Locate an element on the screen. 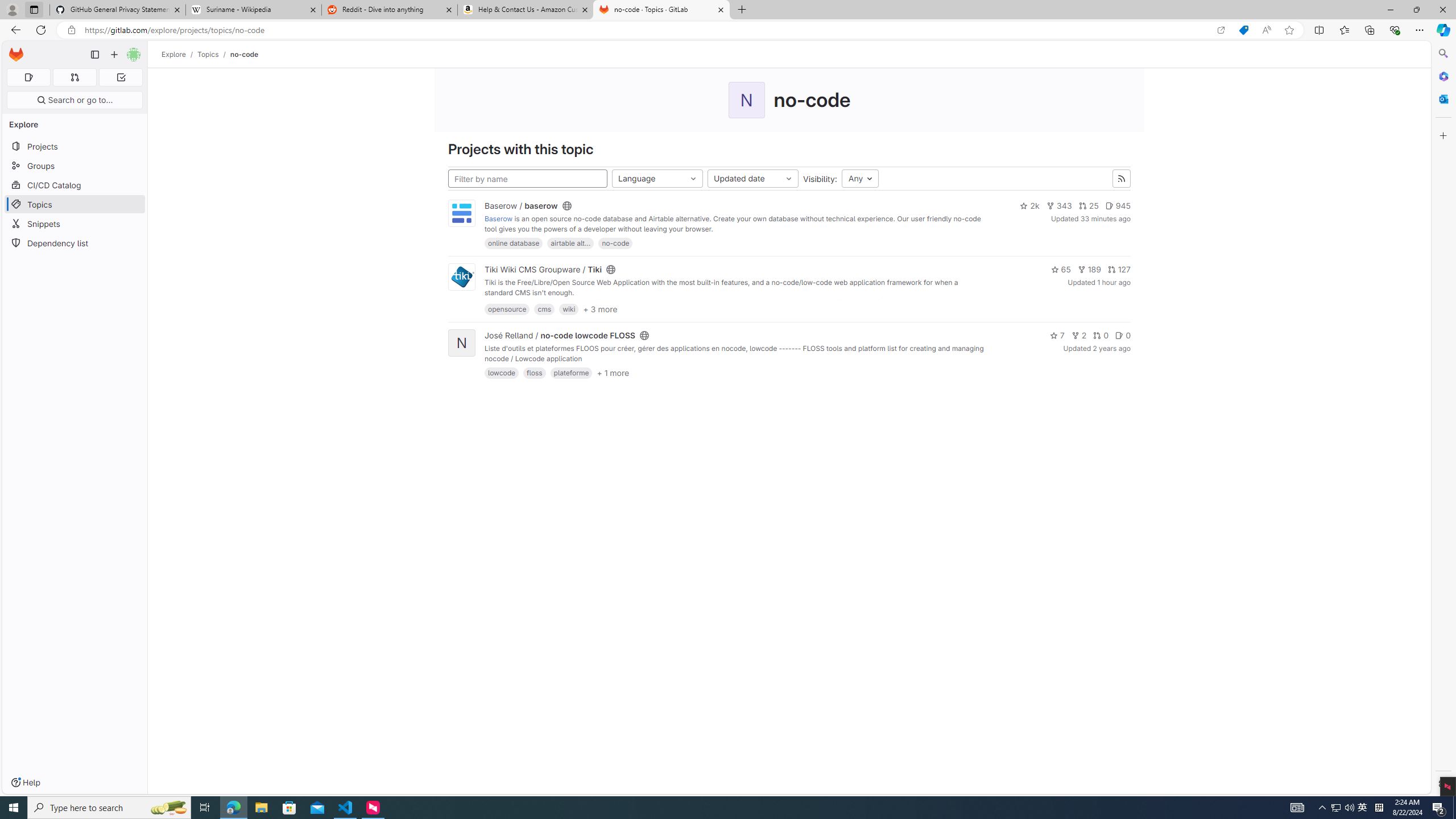  '+ 3 more' is located at coordinates (600, 309).